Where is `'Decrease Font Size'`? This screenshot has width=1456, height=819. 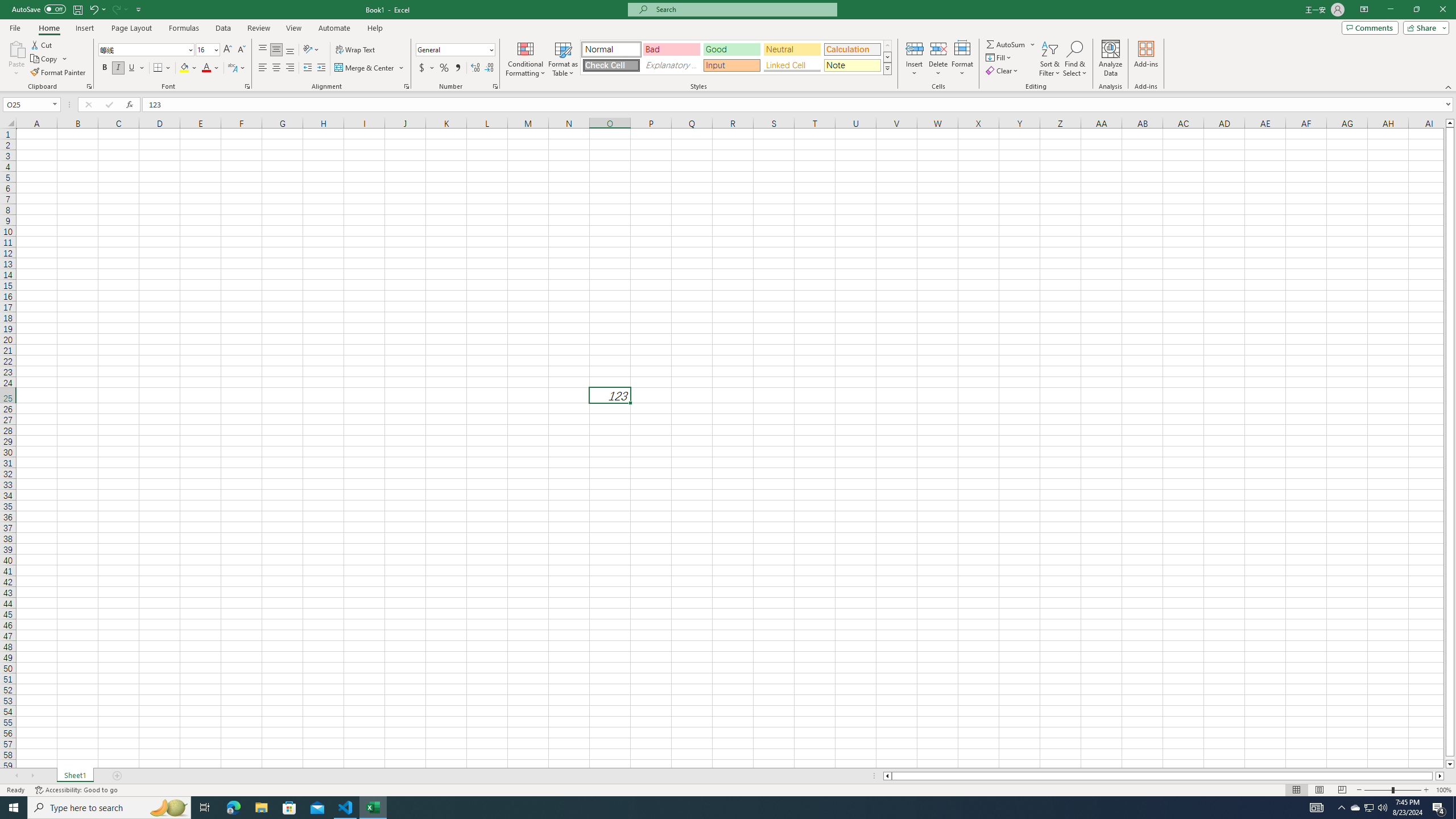
'Decrease Font Size' is located at coordinates (241, 49).